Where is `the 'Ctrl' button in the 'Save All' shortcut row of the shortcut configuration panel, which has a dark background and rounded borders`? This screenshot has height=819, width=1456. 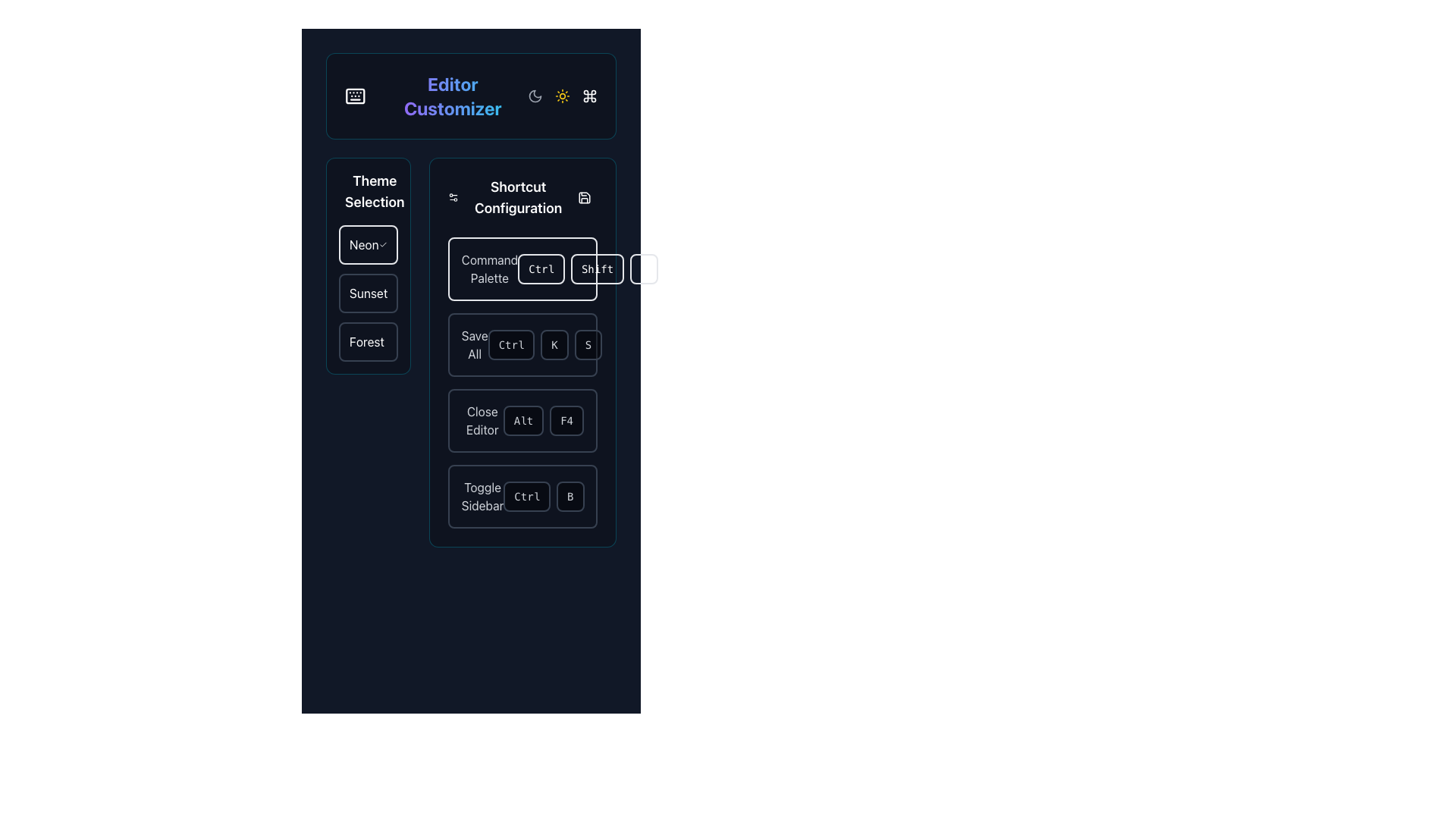 the 'Ctrl' button in the 'Save All' shortcut row of the shortcut configuration panel, which has a dark background and rounded borders is located at coordinates (522, 345).